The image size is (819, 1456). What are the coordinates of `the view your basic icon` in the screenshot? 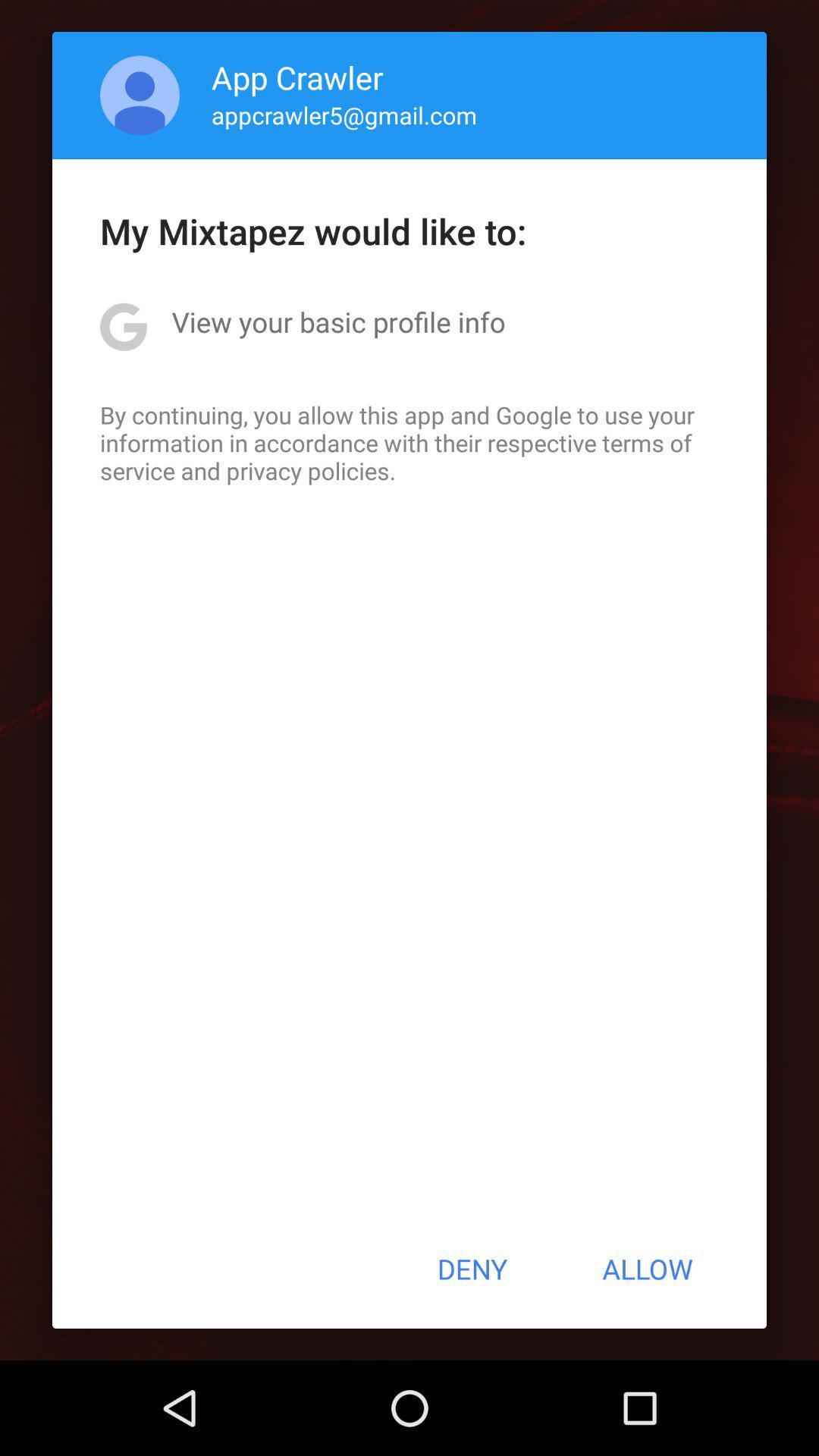 It's located at (337, 321).